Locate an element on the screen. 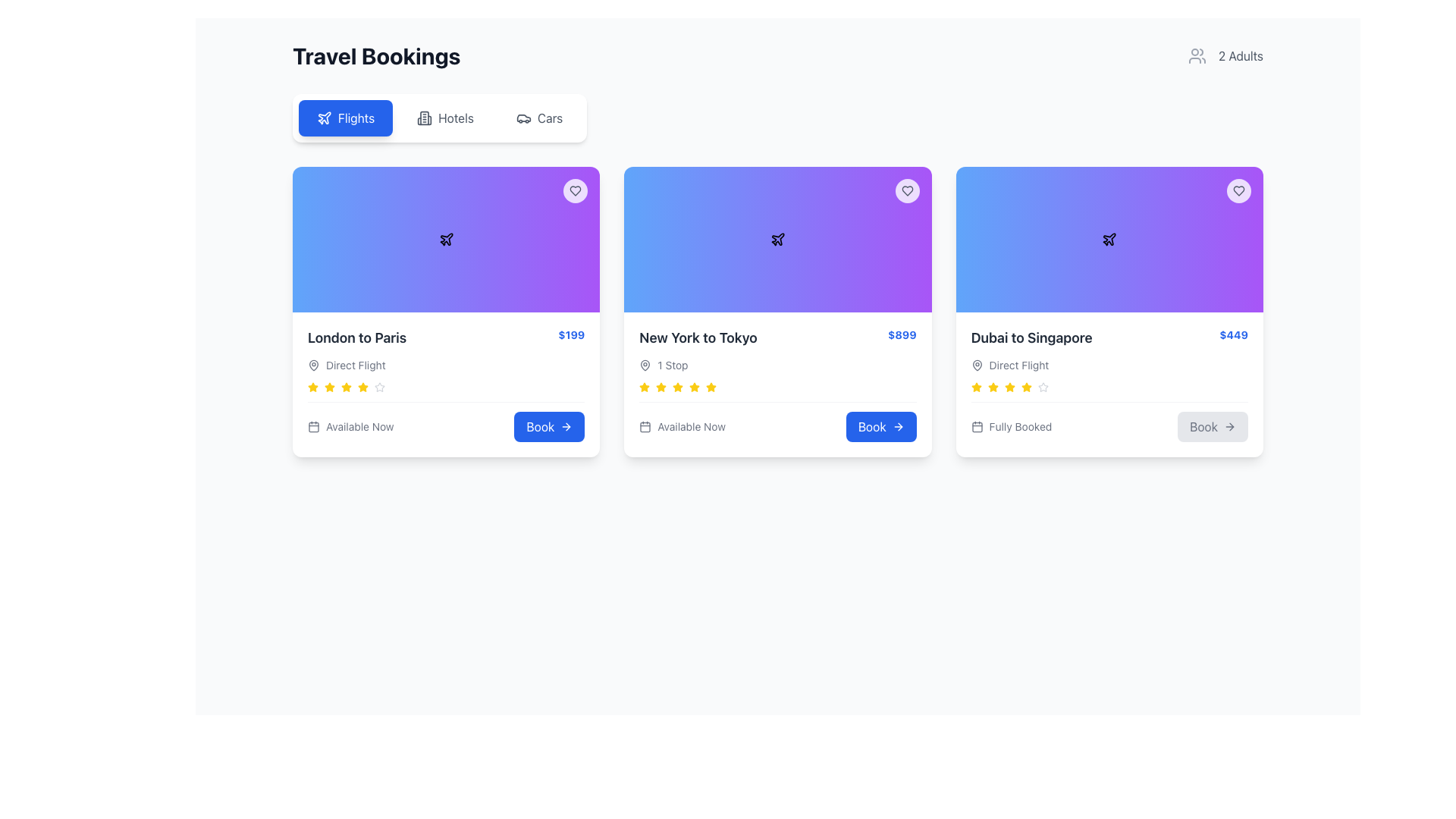  the booking status icon located to the left of the 'Fully Booked' text in the bottom section of the 'Dubai to Singapore' card is located at coordinates (977, 427).